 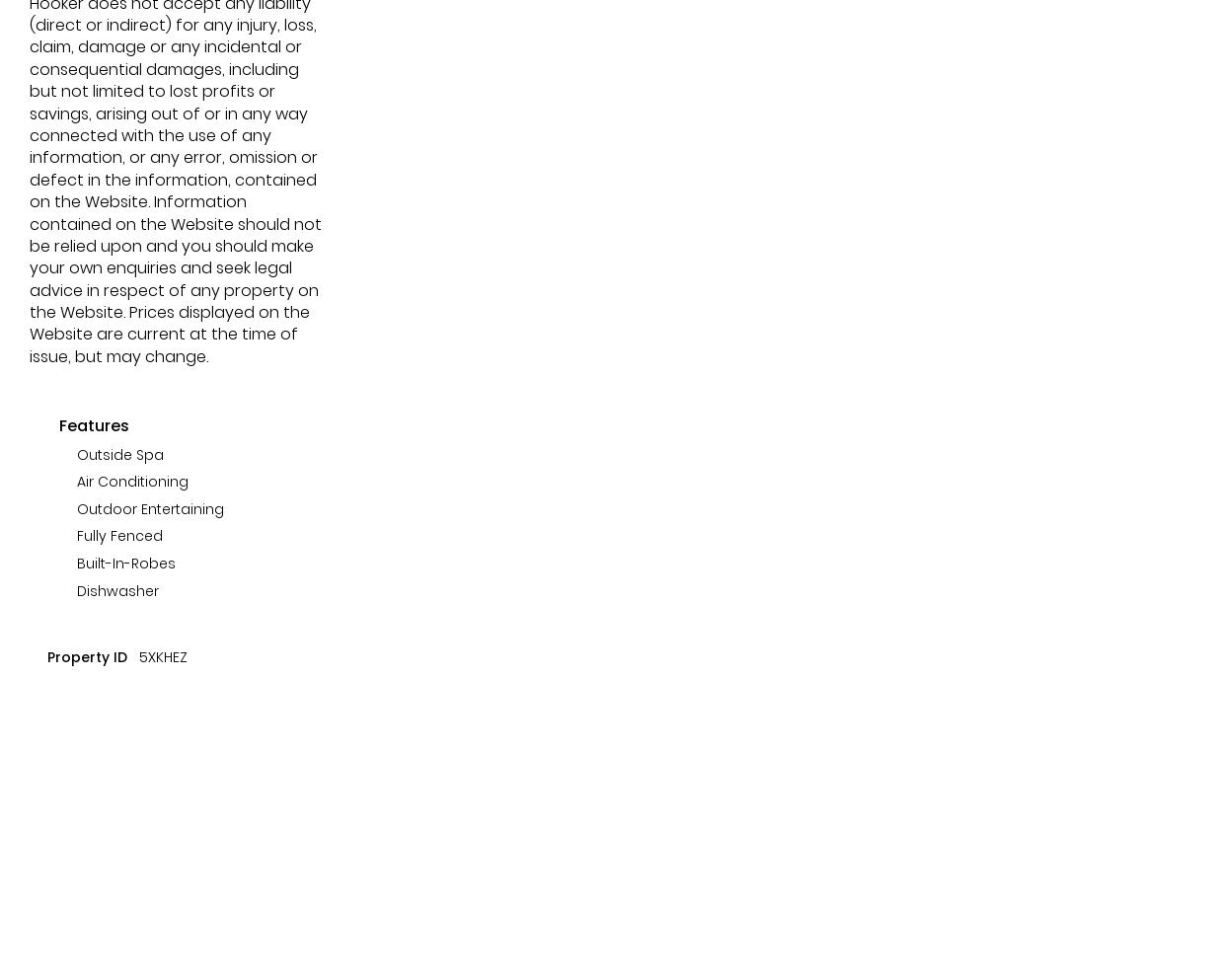 I want to click on 'View Available Rentals', so click(x=177, y=155).